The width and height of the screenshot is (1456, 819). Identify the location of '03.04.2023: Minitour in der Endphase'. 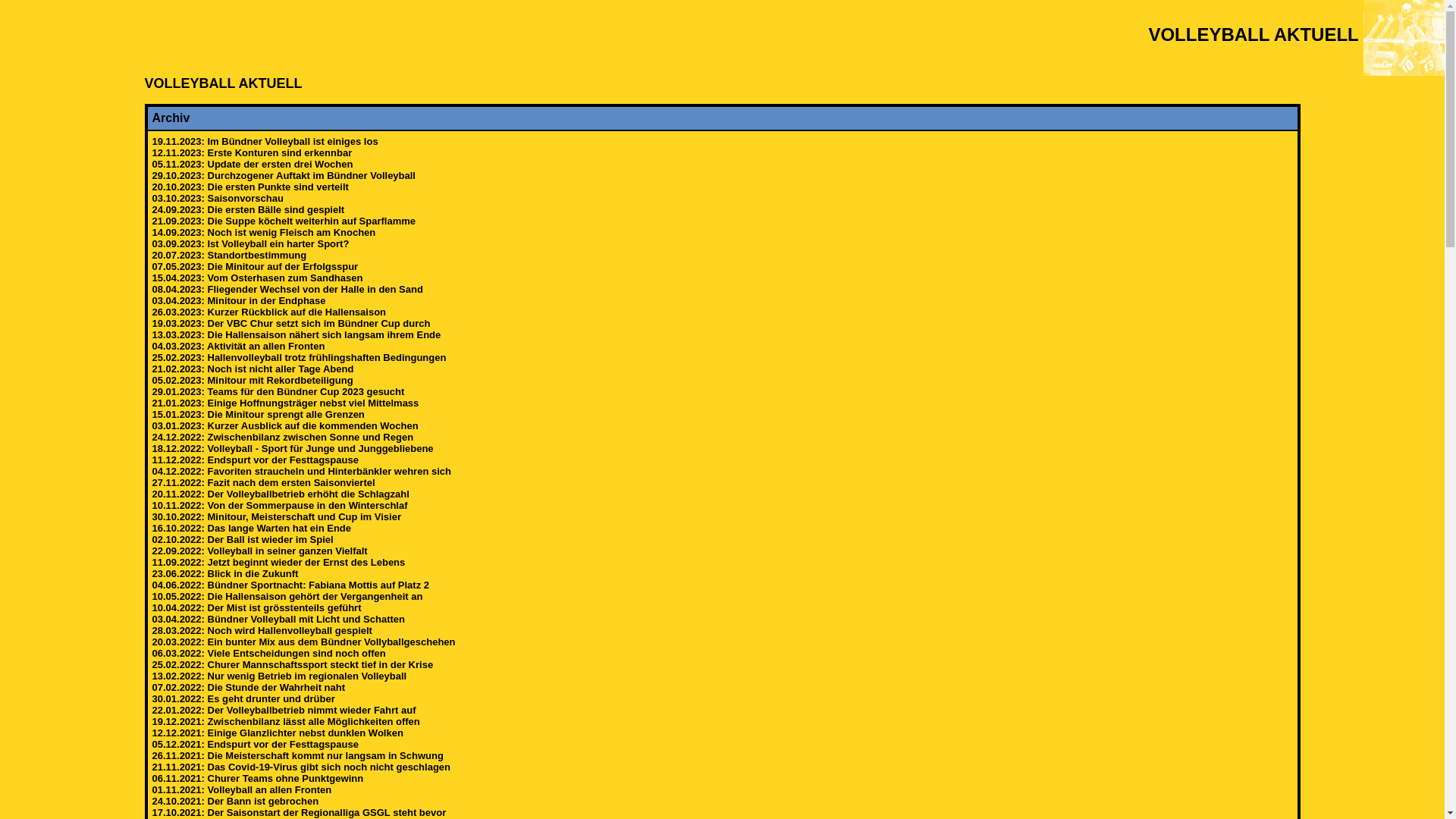
(237, 300).